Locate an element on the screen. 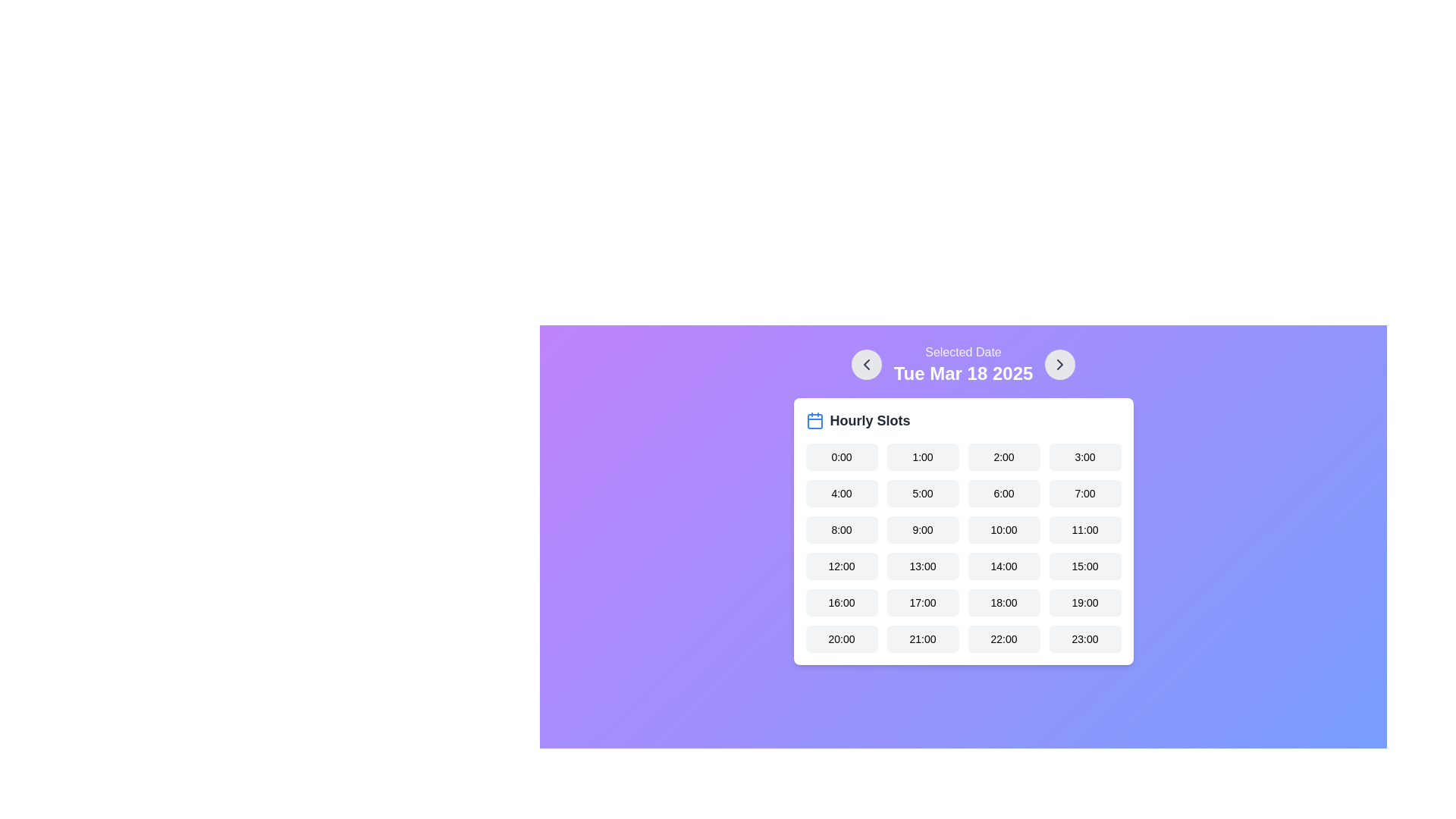  the button representing the time slot '18:00' located in the fifth row and third column of the grid within the 'Hourly Slots' card is located at coordinates (1004, 601).